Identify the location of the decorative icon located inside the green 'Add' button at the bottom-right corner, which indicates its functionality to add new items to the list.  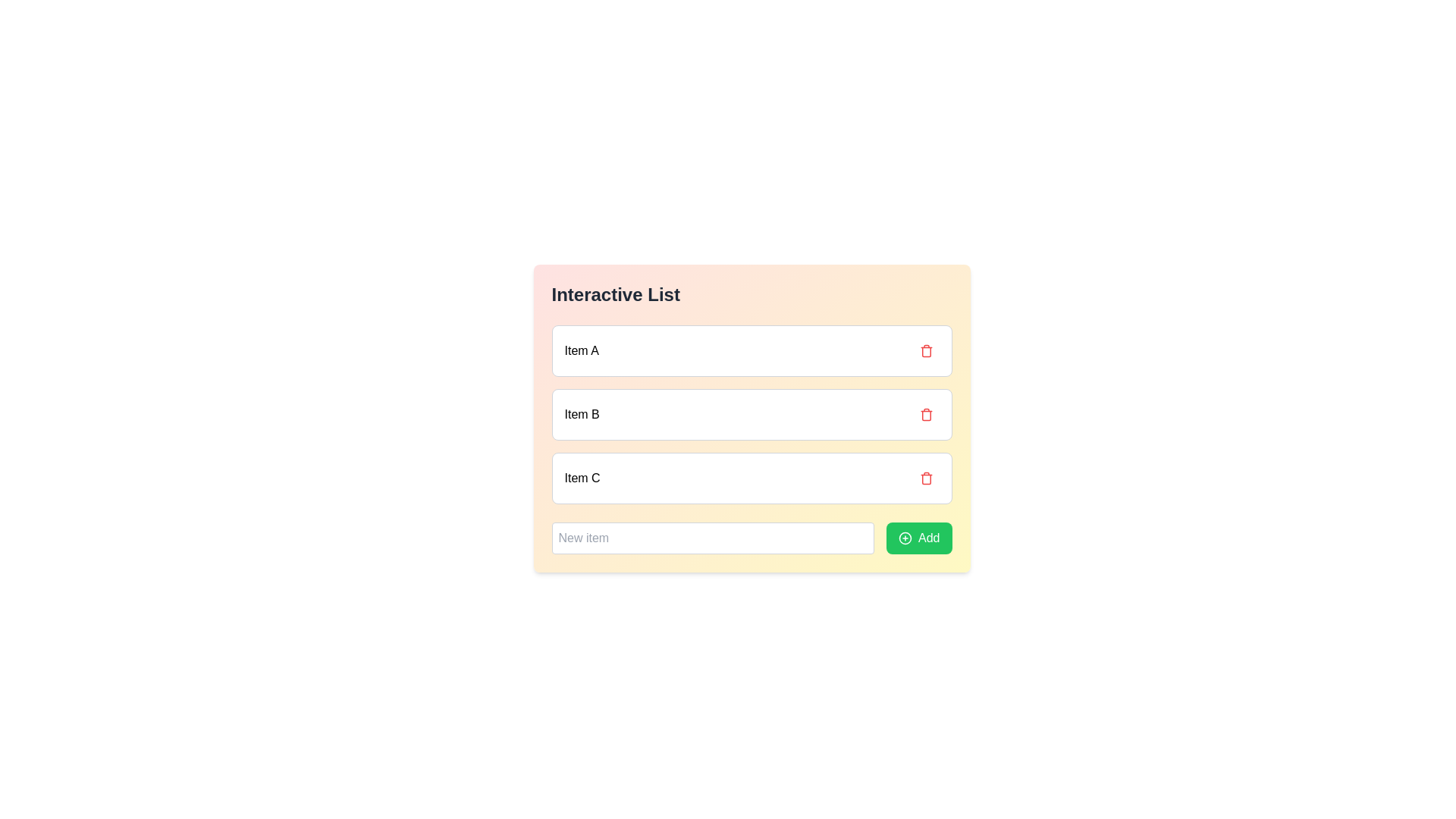
(905, 537).